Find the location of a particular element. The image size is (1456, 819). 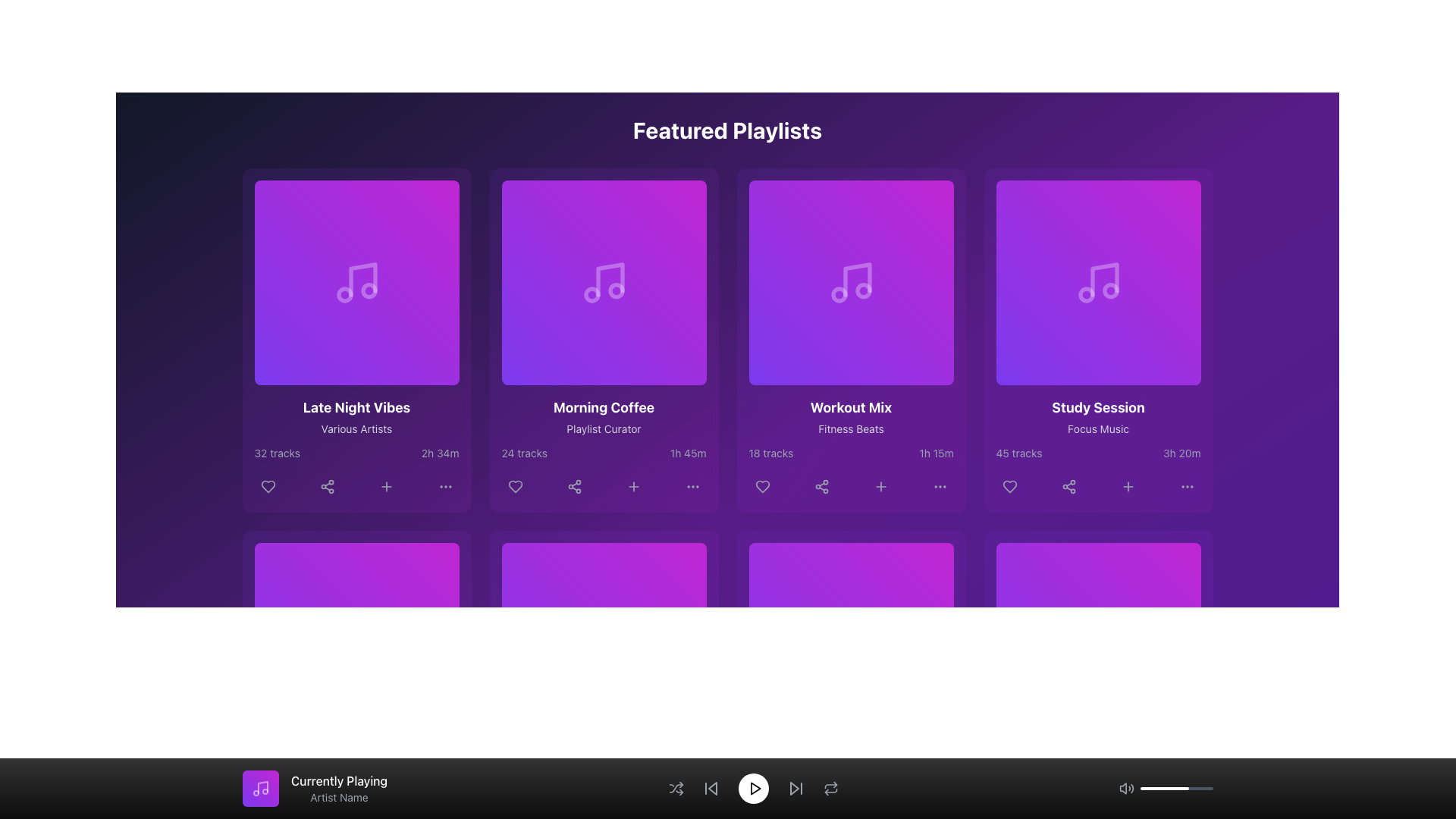

the volume level is located at coordinates (1200, 788).